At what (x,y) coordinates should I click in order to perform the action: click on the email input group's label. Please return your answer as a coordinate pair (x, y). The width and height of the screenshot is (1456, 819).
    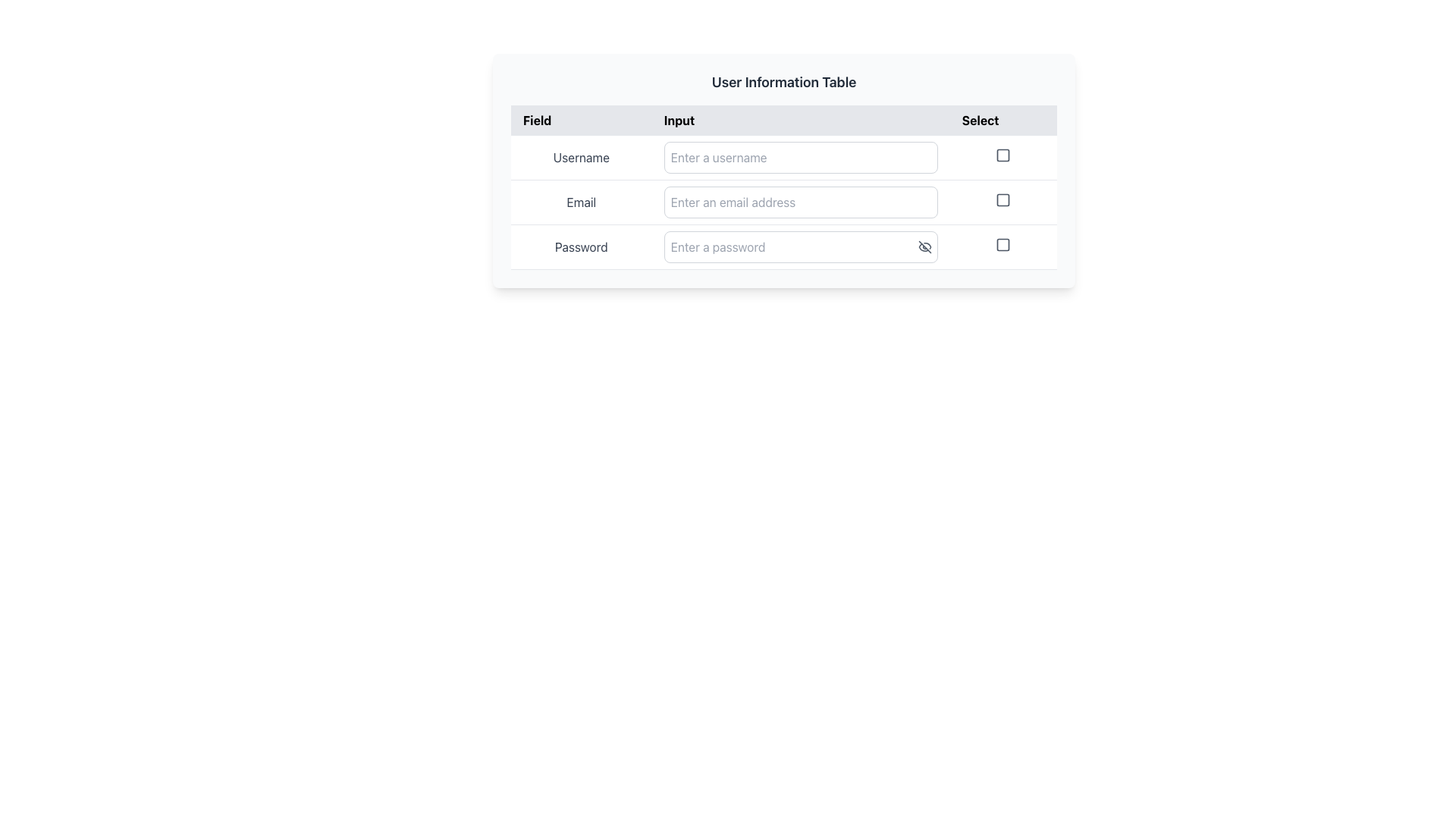
    Looking at the image, I should click on (783, 201).